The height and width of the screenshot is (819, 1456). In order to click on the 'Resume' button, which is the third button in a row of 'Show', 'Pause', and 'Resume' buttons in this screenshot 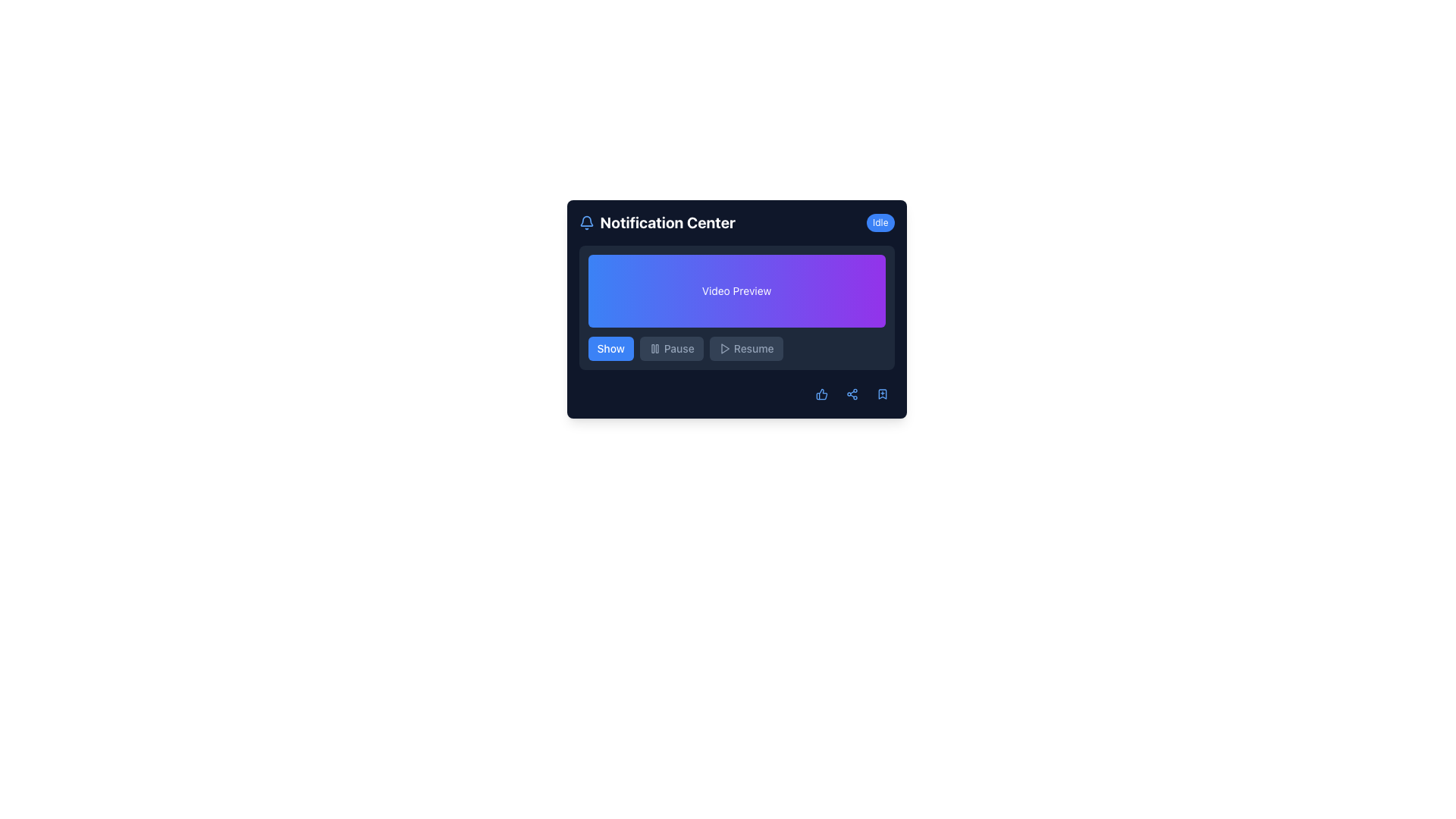, I will do `click(746, 348)`.